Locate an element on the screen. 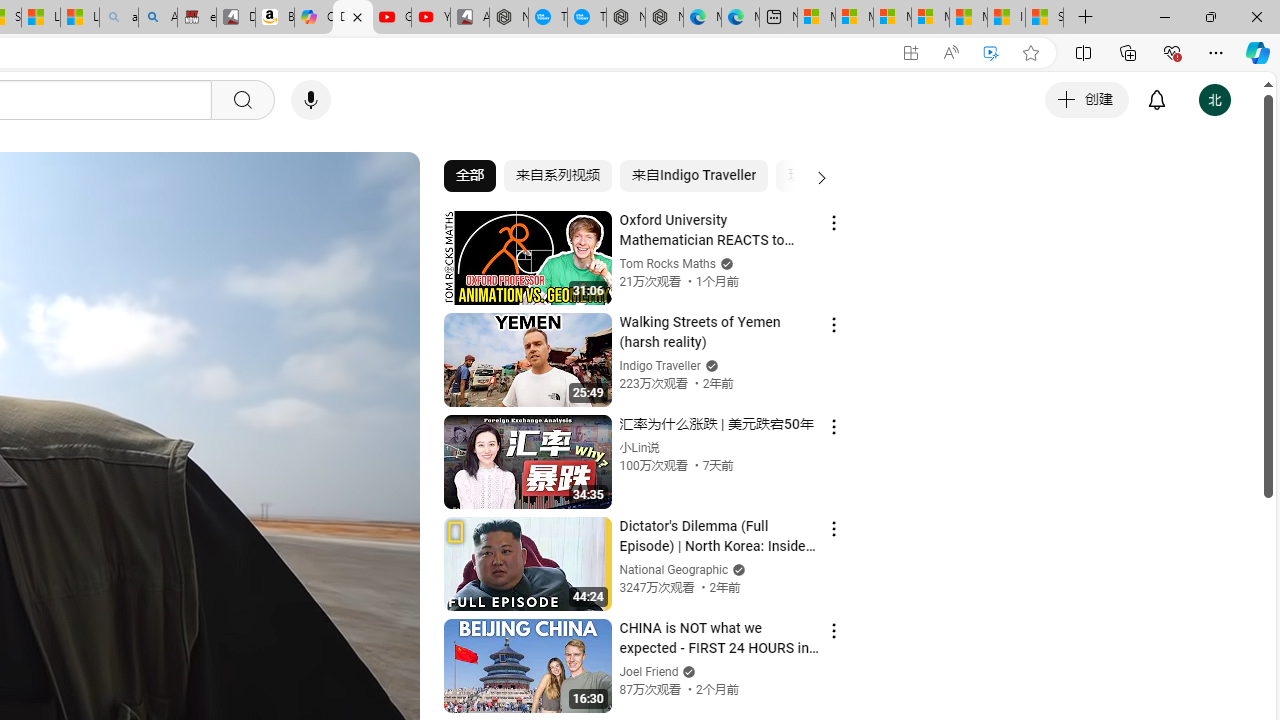  'Day 1: Arriving in Yemen (surreal to be here) - YouTube' is located at coordinates (353, 17).